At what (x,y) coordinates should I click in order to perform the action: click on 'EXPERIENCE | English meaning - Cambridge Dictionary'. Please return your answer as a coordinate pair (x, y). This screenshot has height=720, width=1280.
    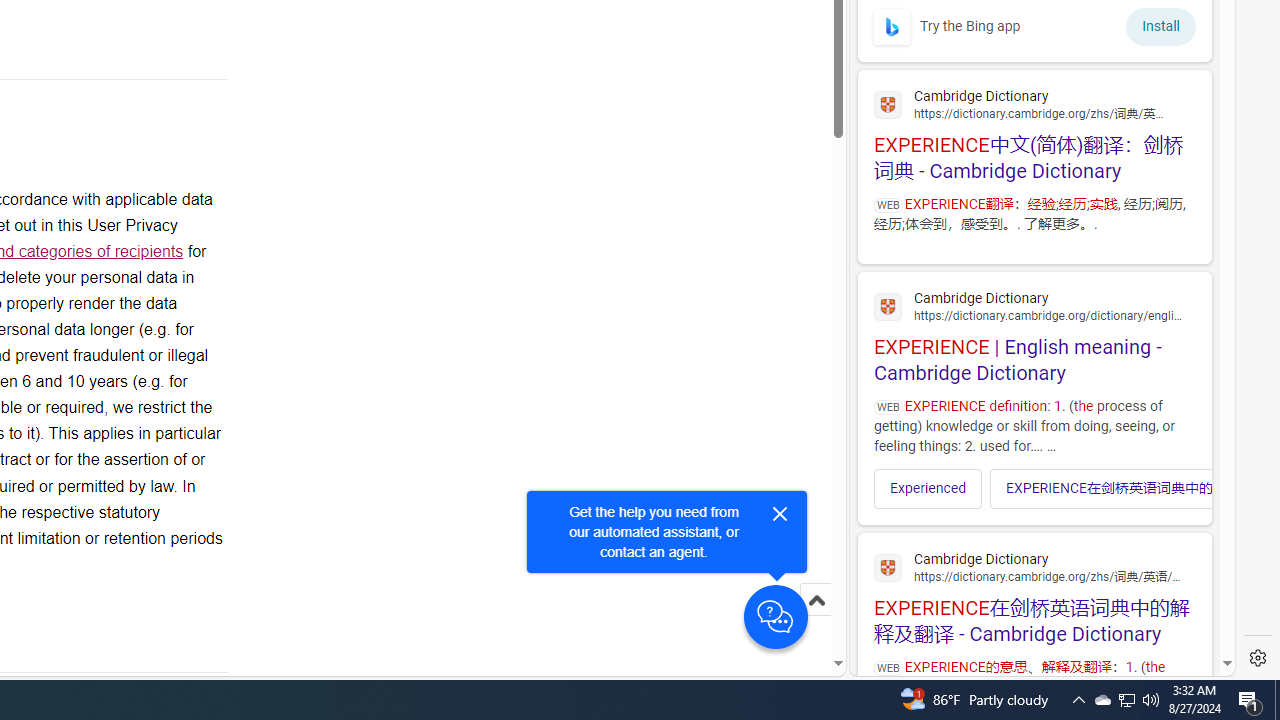
    Looking at the image, I should click on (1034, 333).